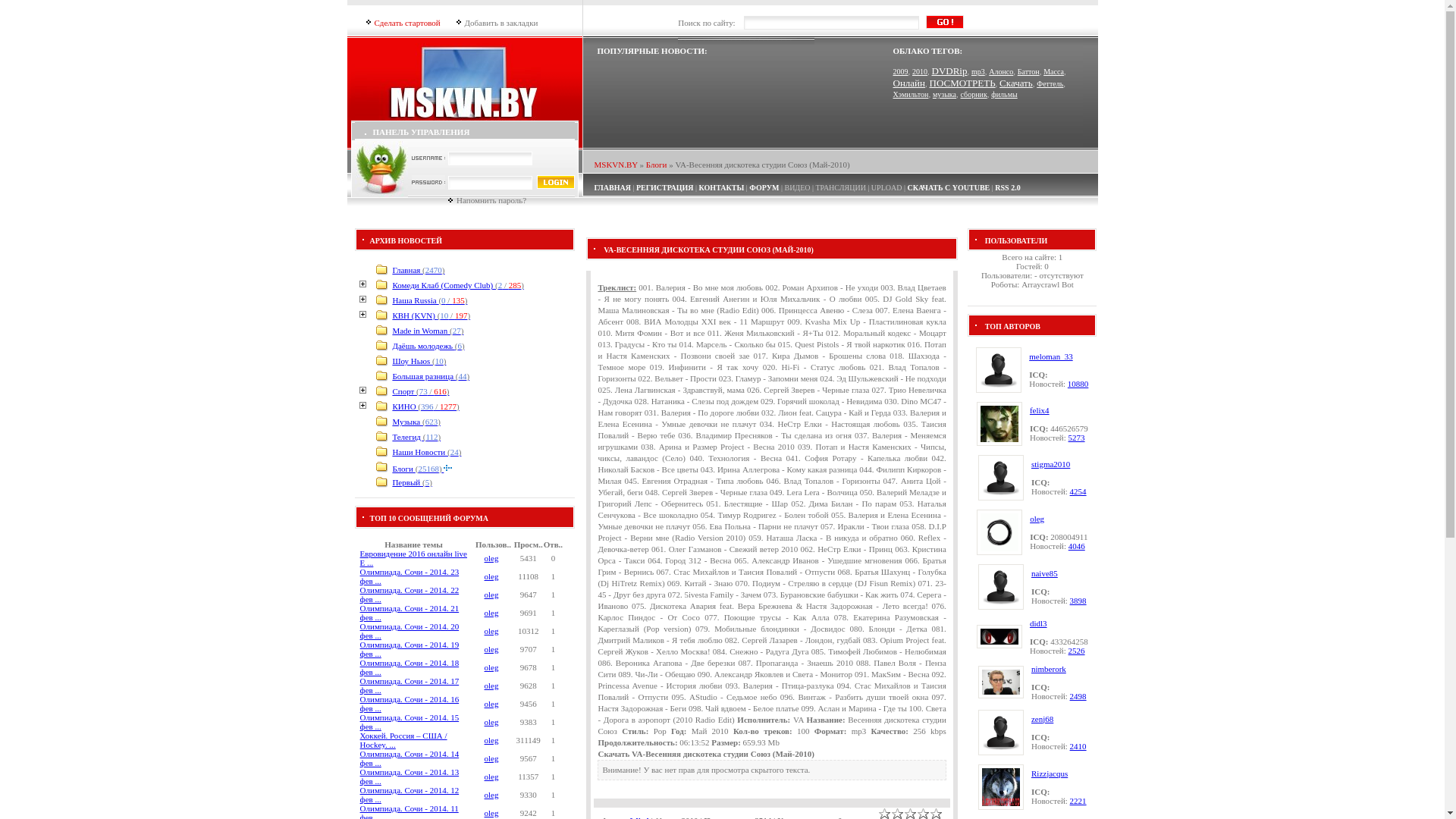 This screenshot has height=819, width=1456. What do you see at coordinates (1041, 718) in the screenshot?
I see `'zenj68'` at bounding box center [1041, 718].